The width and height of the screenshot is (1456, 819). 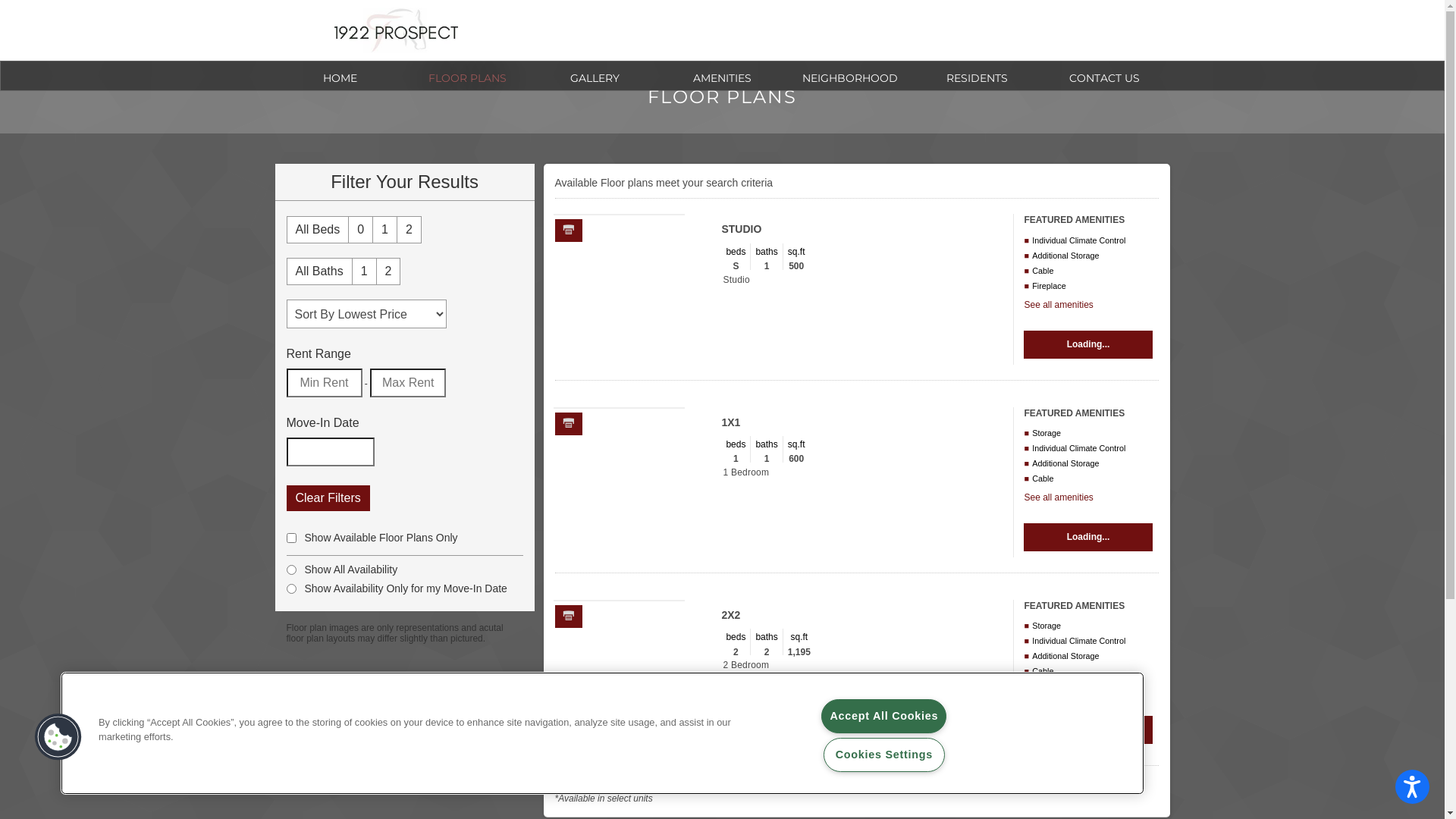 What do you see at coordinates (883, 716) in the screenshot?
I see `'Accept All Cookies'` at bounding box center [883, 716].